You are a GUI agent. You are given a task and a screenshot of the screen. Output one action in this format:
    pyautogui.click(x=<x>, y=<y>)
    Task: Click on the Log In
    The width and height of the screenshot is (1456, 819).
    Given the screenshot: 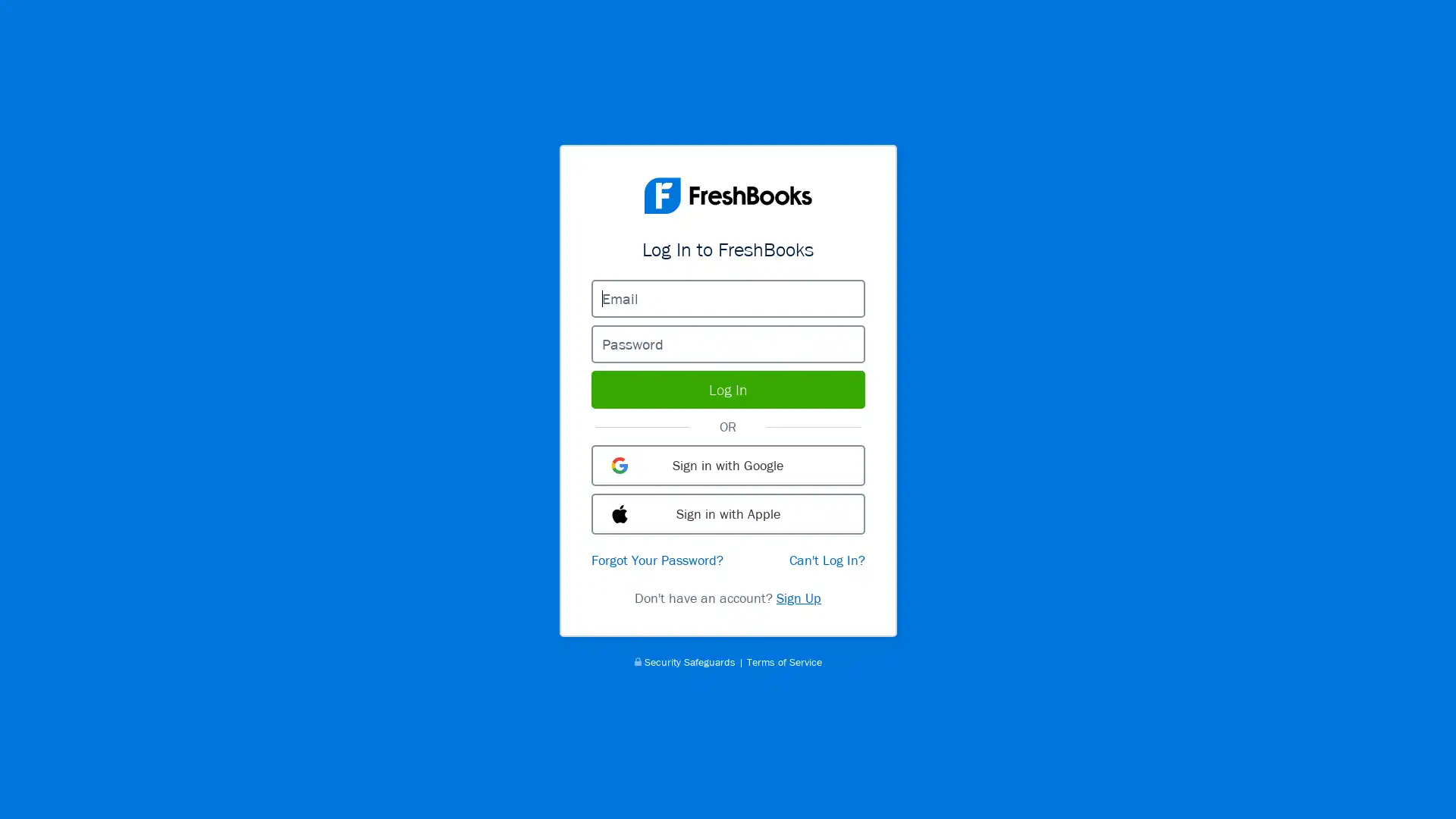 What is the action you would take?
    pyautogui.click(x=726, y=388)
    